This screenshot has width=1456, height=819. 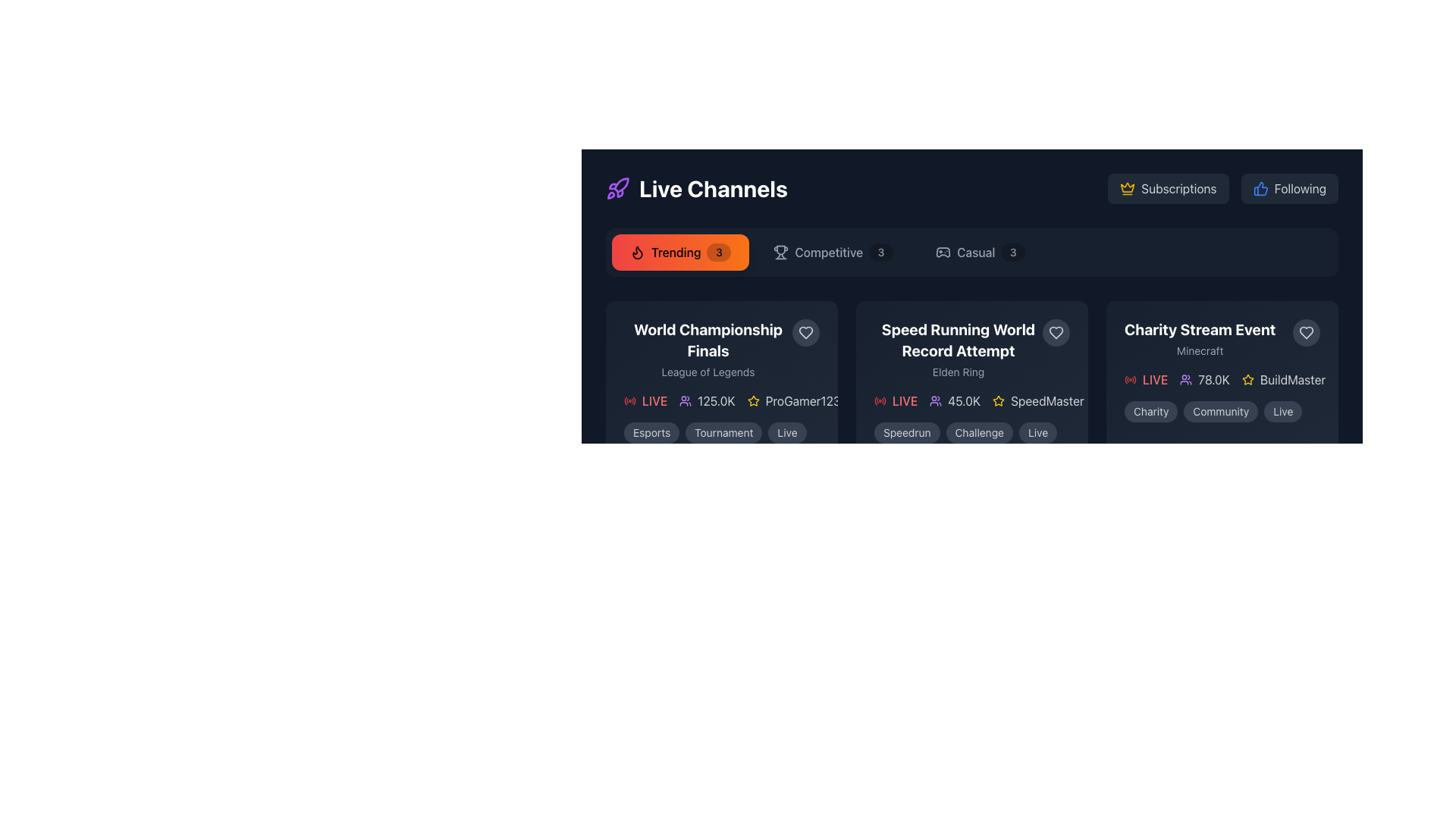 I want to click on the Card UI component displaying 'Charity Stream Event', which is the third card in the grid layout on the right side, so click(x=1222, y=380).